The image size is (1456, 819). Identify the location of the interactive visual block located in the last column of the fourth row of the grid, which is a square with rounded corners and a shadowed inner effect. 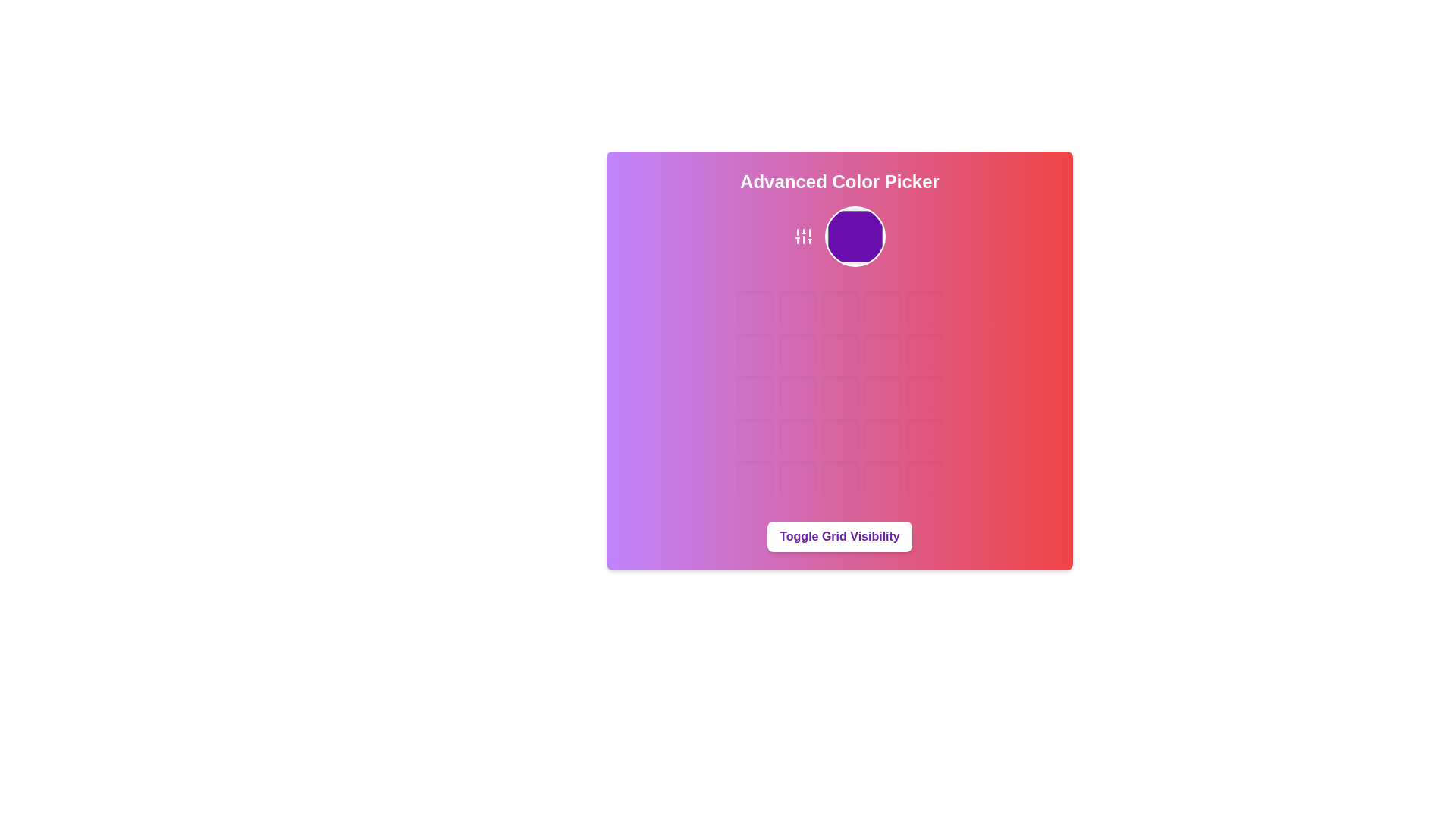
(924, 436).